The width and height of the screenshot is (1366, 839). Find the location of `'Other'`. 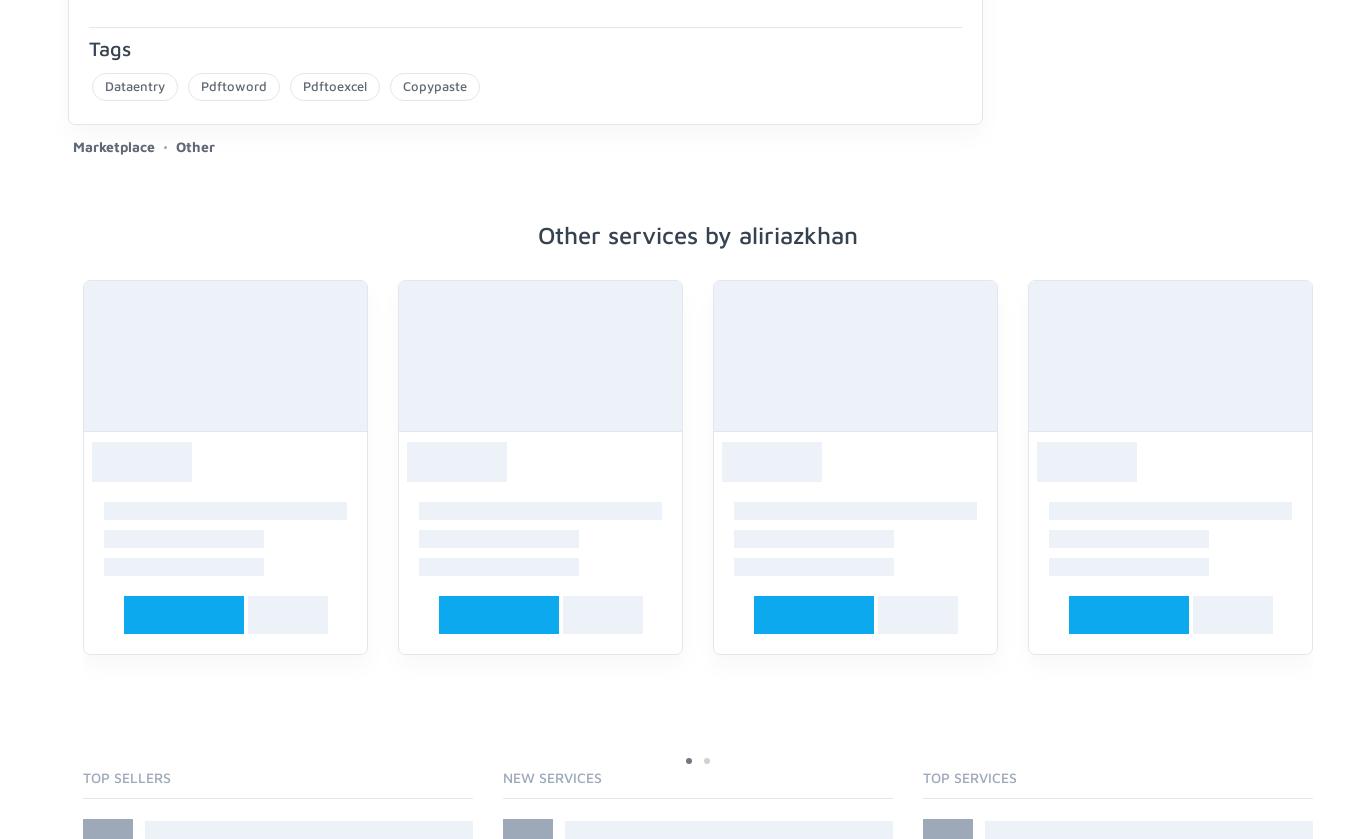

'Other' is located at coordinates (194, 145).